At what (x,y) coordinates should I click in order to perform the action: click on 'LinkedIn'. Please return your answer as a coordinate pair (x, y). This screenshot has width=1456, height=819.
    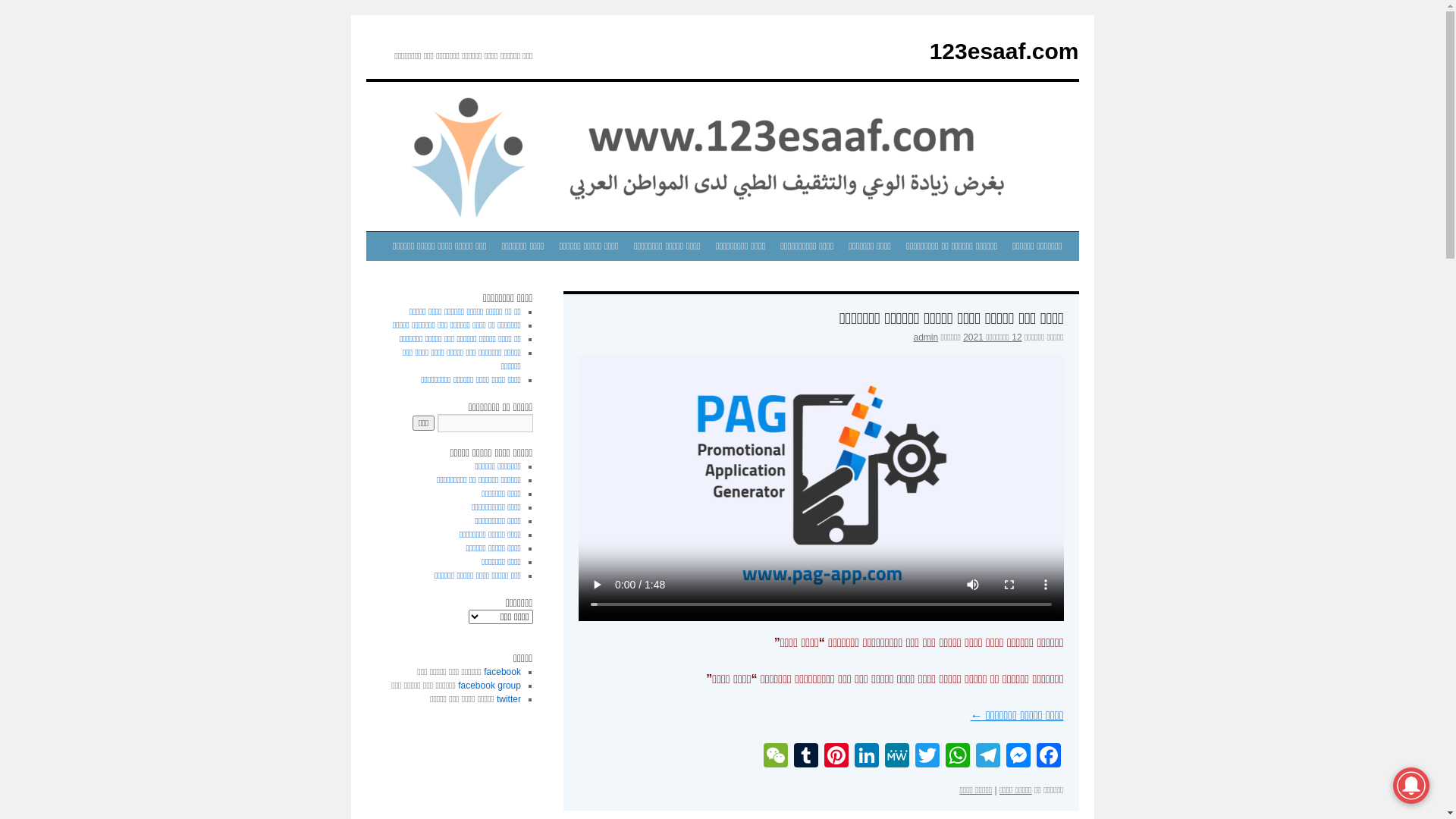
    Looking at the image, I should click on (866, 757).